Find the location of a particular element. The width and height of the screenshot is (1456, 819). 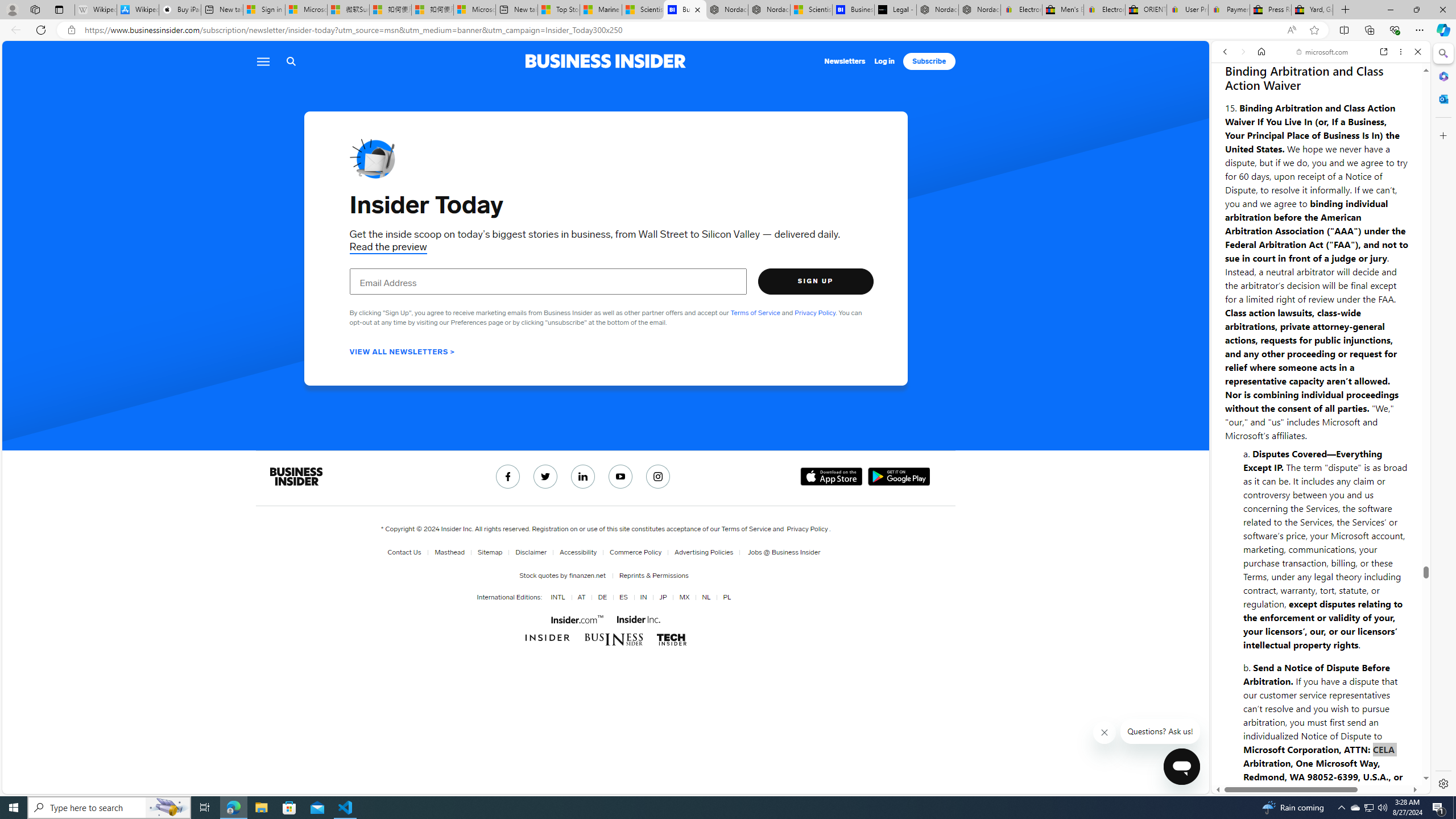

'PL' is located at coordinates (726, 597).